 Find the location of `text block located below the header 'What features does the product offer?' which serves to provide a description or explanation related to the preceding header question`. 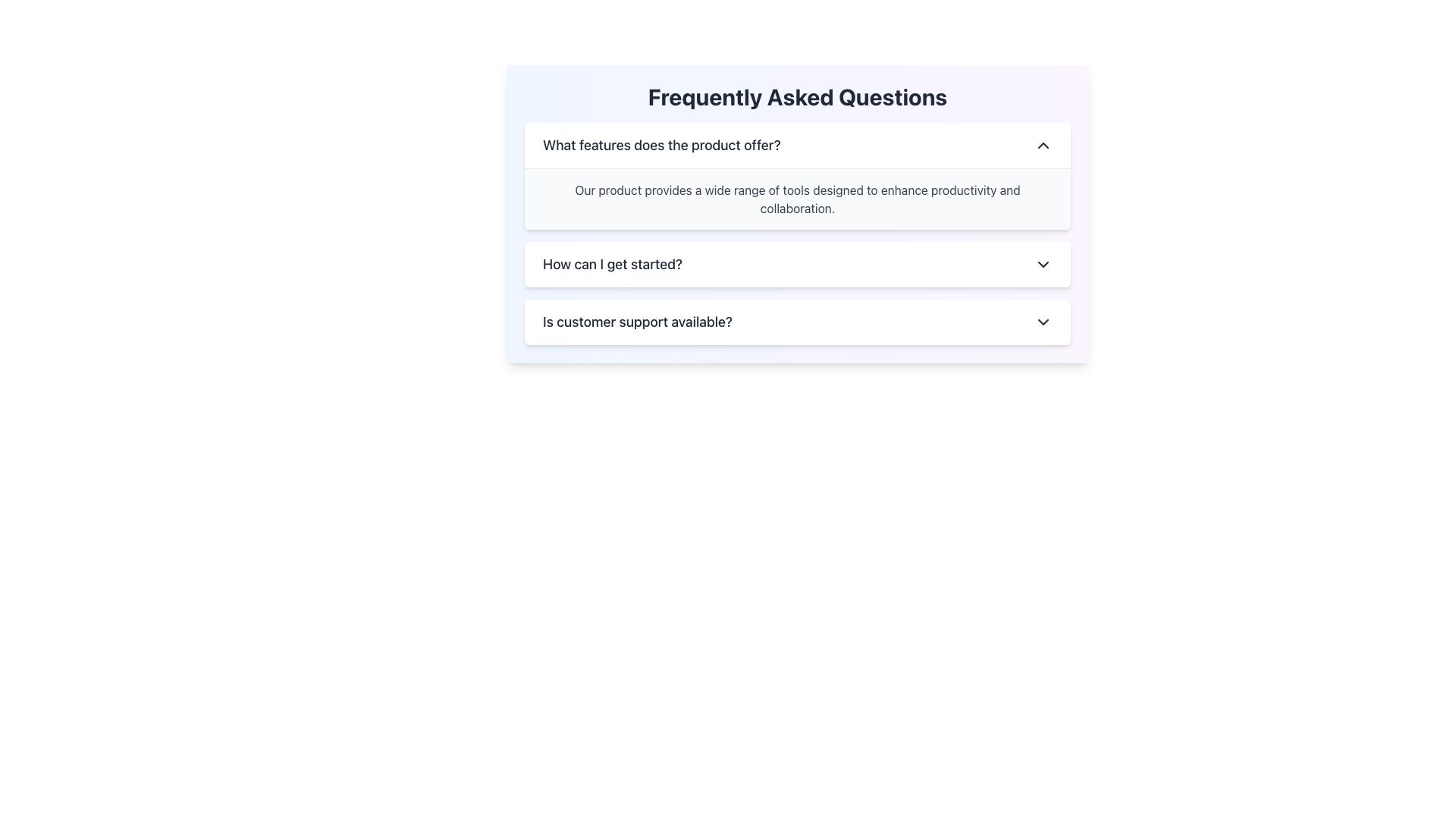

text block located below the header 'What features does the product offer?' which serves to provide a description or explanation related to the preceding header question is located at coordinates (796, 198).